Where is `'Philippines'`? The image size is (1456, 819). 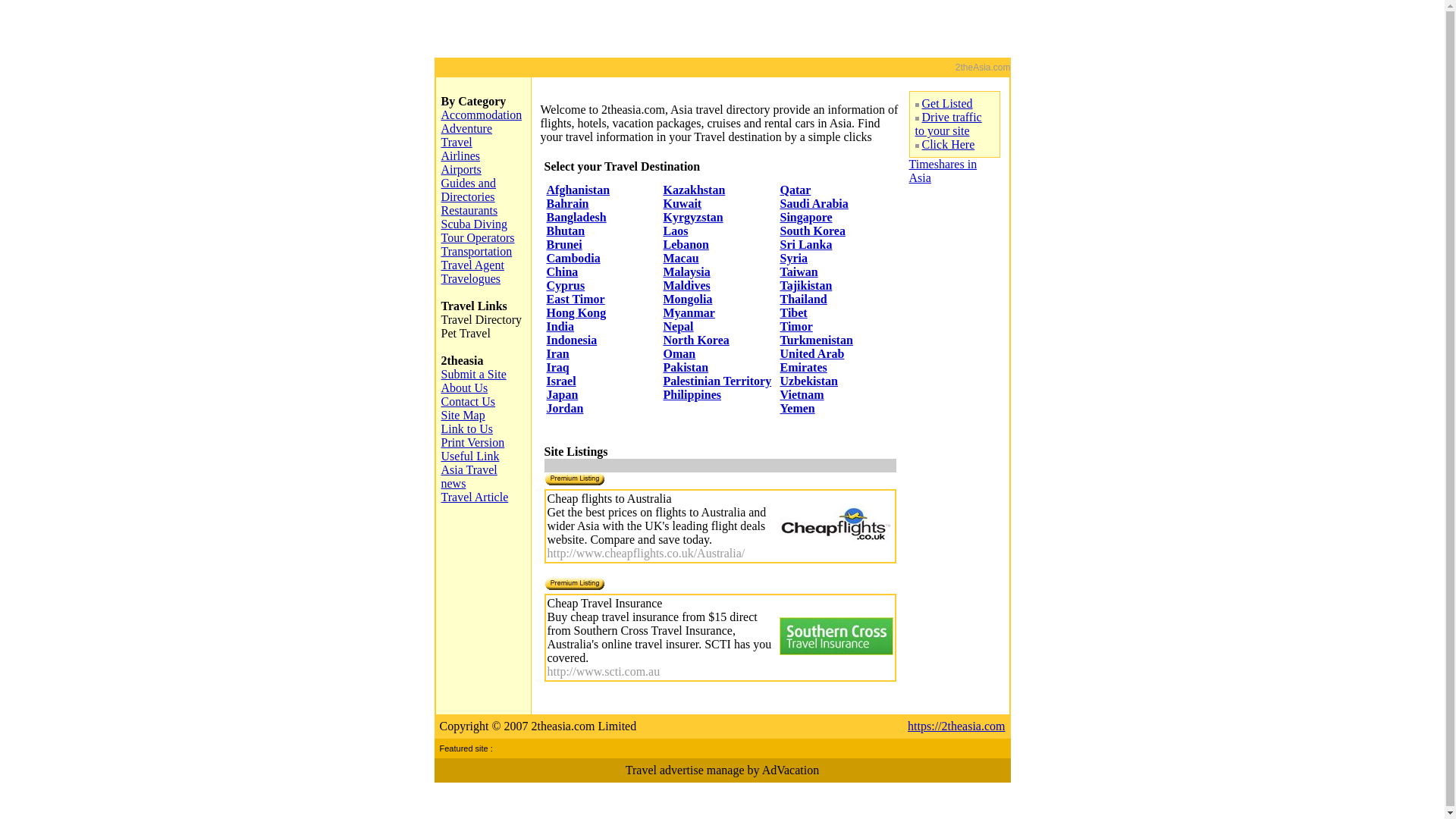 'Philippines' is located at coordinates (691, 394).